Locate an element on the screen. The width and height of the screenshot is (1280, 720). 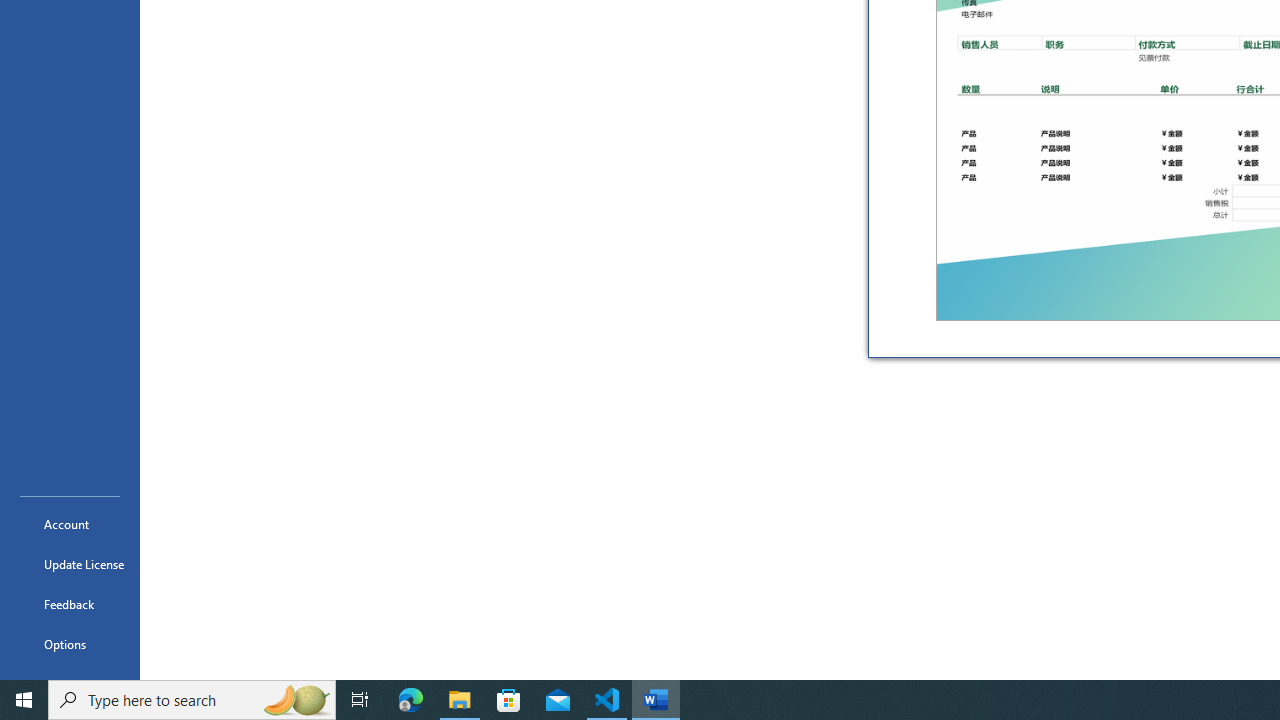
'Search highlights icon opens search home window' is located at coordinates (294, 698).